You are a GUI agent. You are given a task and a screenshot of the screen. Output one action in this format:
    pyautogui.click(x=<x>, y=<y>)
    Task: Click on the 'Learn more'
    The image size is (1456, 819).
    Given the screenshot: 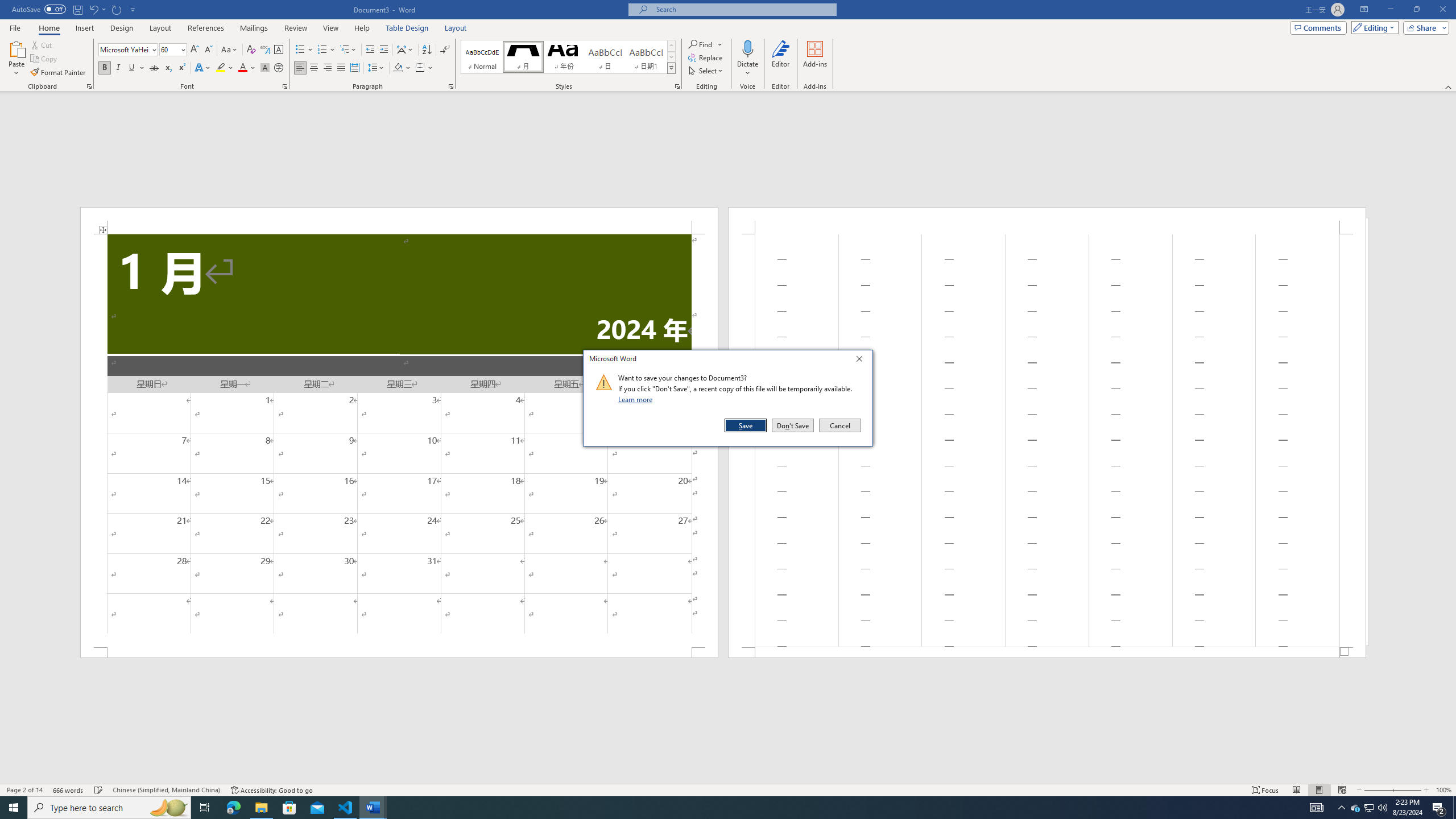 What is the action you would take?
    pyautogui.click(x=637, y=399)
    